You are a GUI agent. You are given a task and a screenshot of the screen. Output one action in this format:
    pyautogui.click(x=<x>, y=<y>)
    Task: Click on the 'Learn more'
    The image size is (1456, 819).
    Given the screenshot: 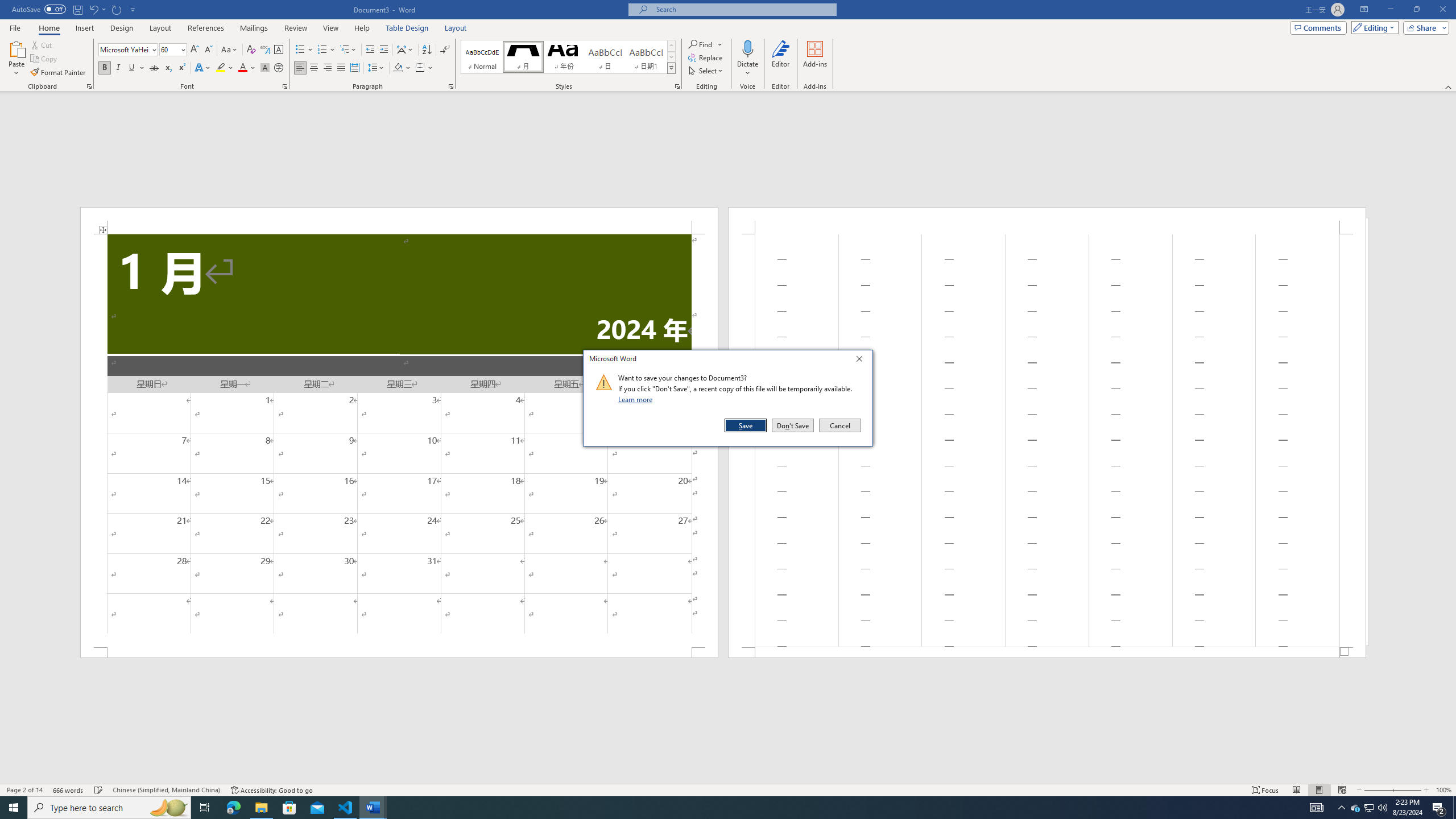 What is the action you would take?
    pyautogui.click(x=637, y=399)
    